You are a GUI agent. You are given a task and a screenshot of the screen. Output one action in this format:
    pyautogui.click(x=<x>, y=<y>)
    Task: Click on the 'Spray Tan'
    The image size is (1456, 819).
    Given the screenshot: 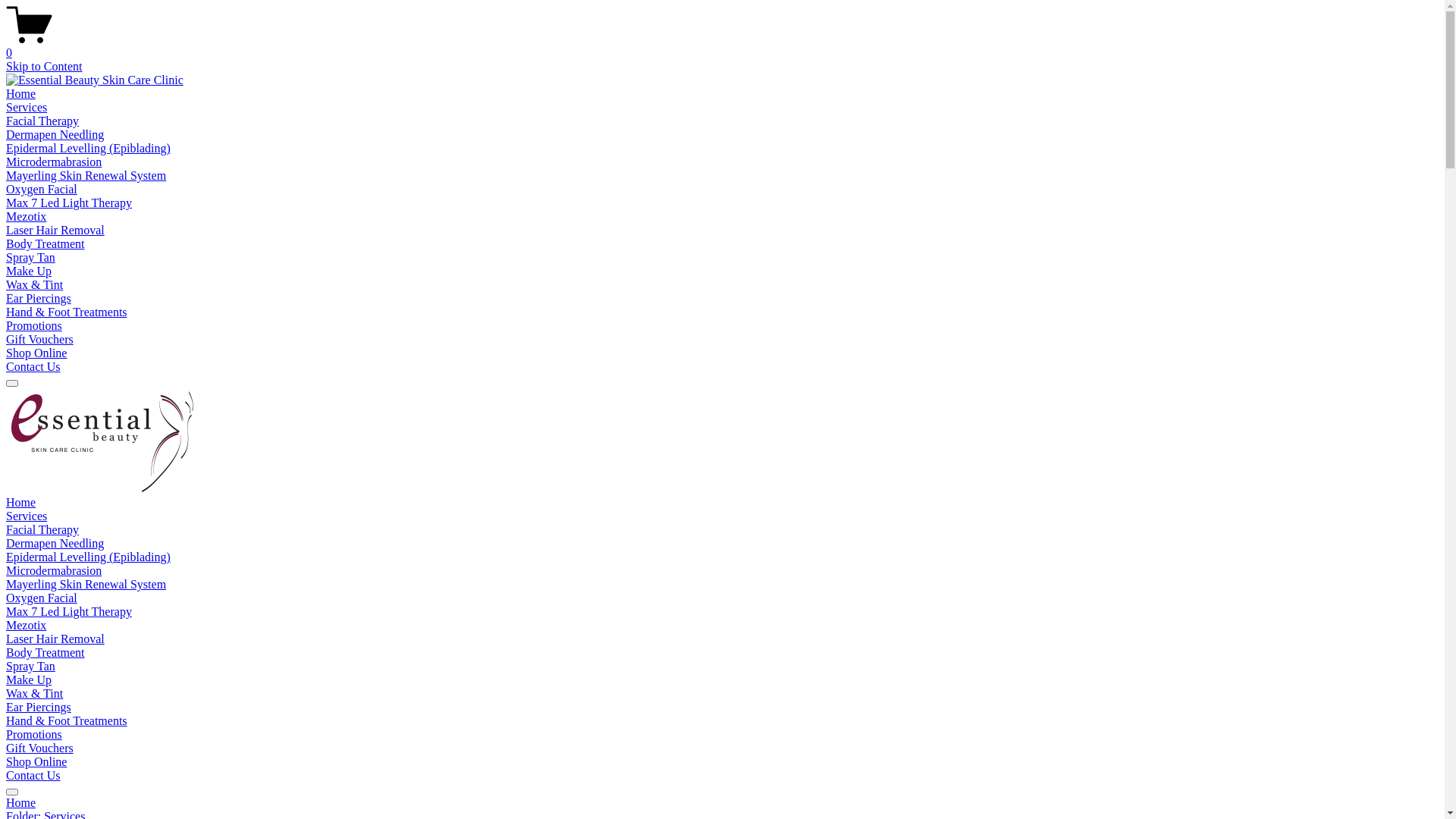 What is the action you would take?
    pyautogui.click(x=30, y=665)
    